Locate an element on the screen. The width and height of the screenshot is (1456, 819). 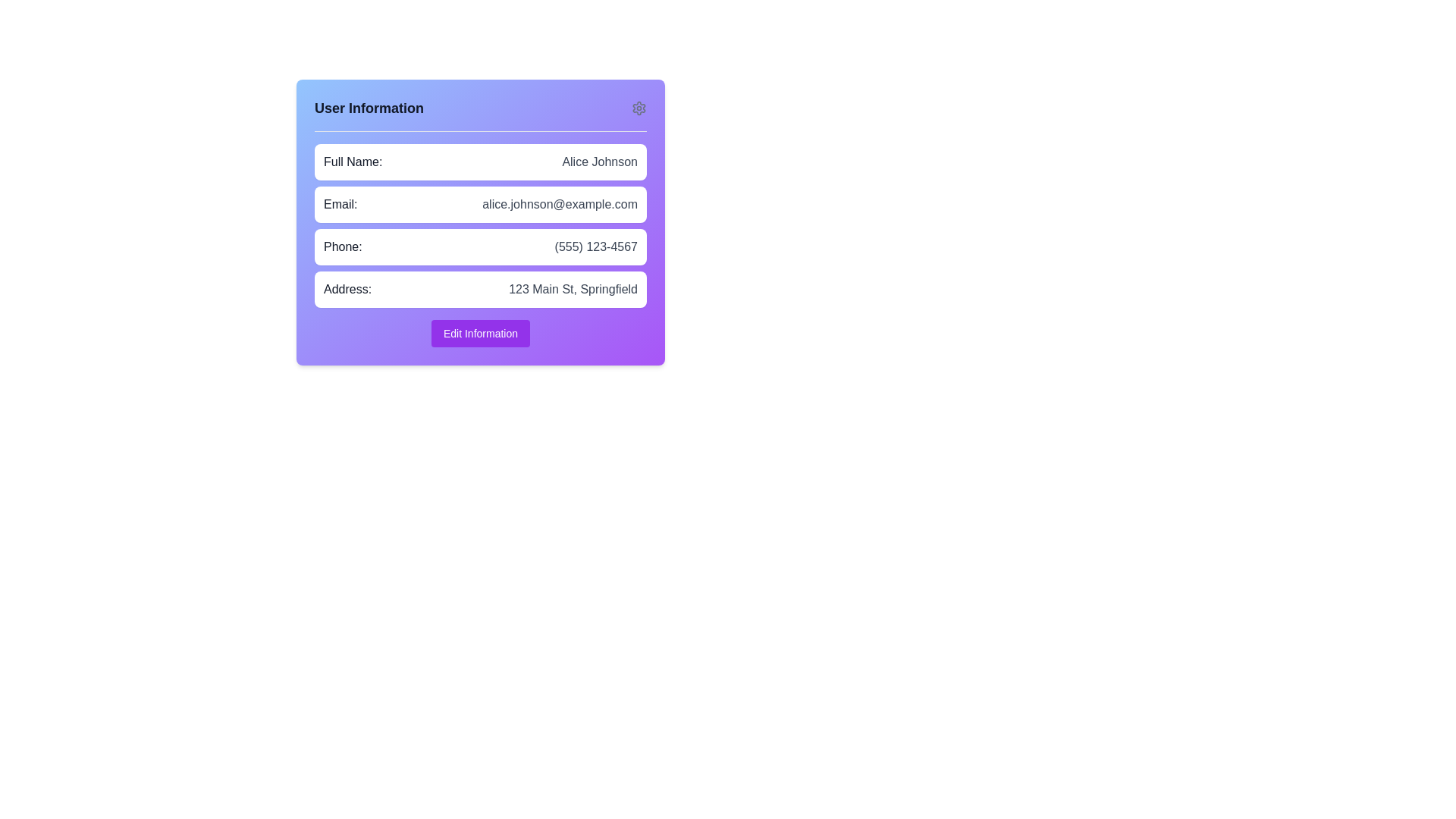
the static text label 'User Information' which is bold and located at the top-left corner of a rectangular card with a gradient purple background is located at coordinates (369, 107).